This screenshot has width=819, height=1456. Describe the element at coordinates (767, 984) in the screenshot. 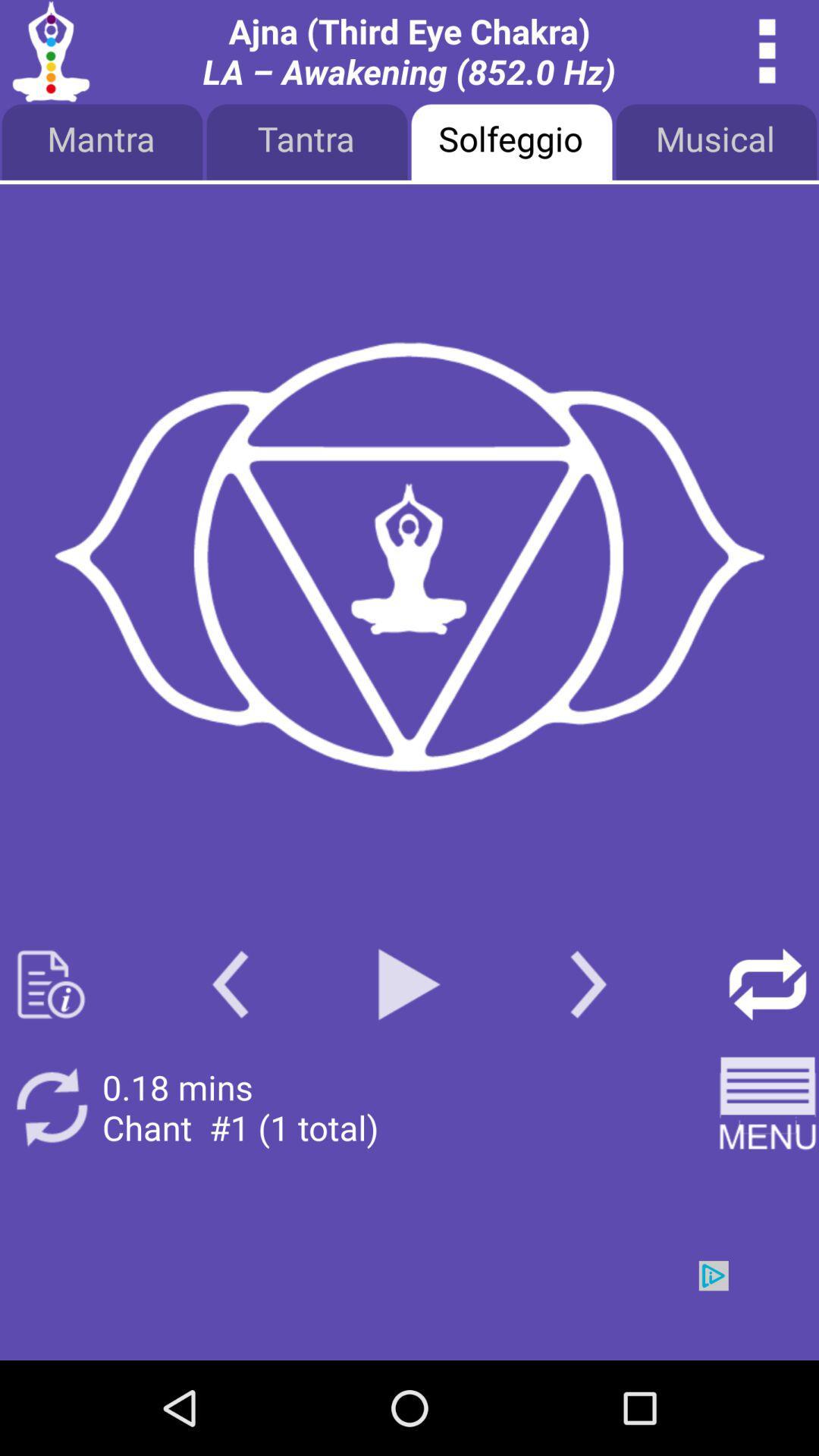

I see `arrow button` at that location.